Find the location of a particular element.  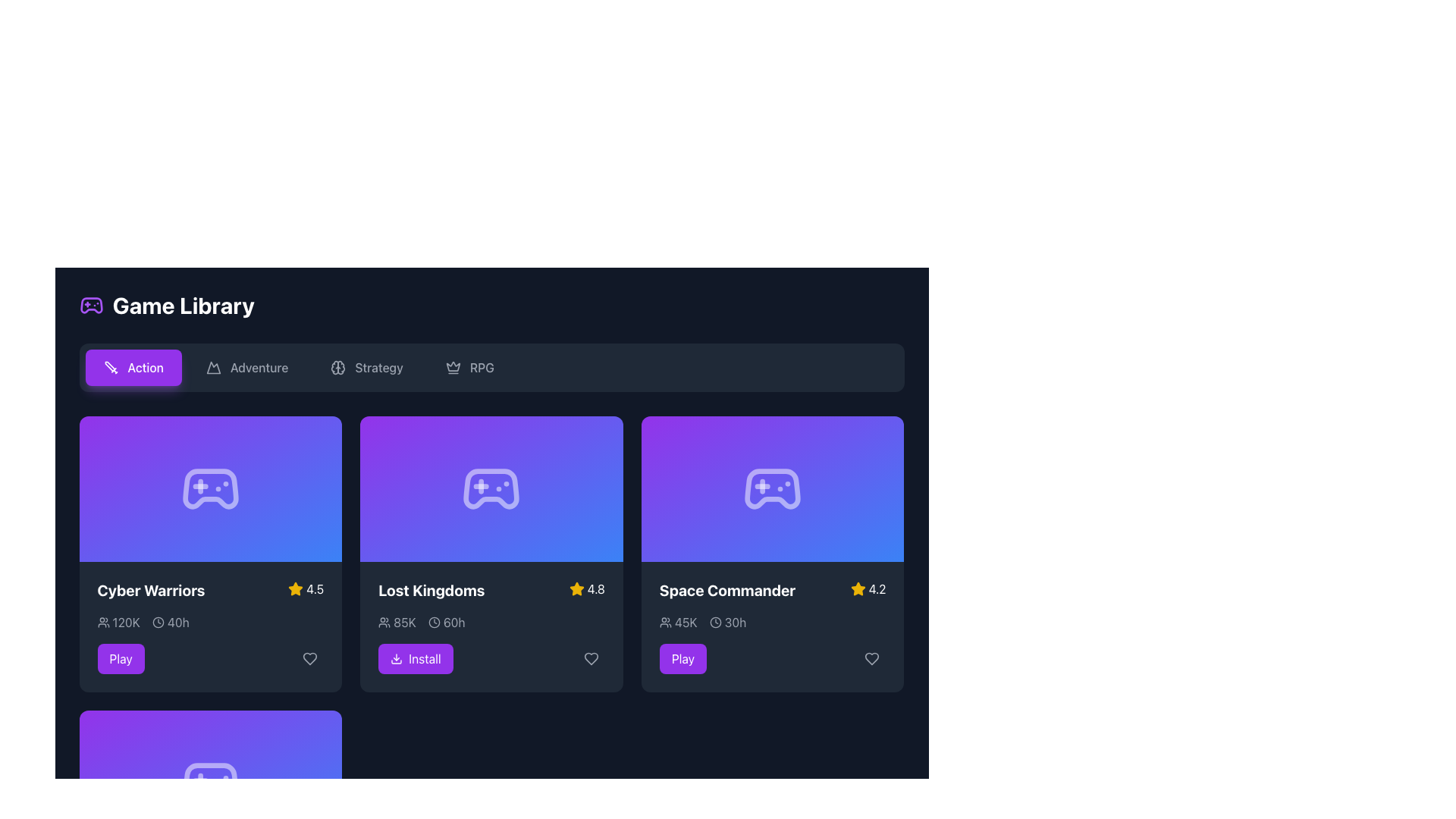

the star icon used for rating in the game 'Space Commander', which is yellow with a clear silhouette and located to the left of the numeric rating '4.2' is located at coordinates (858, 588).